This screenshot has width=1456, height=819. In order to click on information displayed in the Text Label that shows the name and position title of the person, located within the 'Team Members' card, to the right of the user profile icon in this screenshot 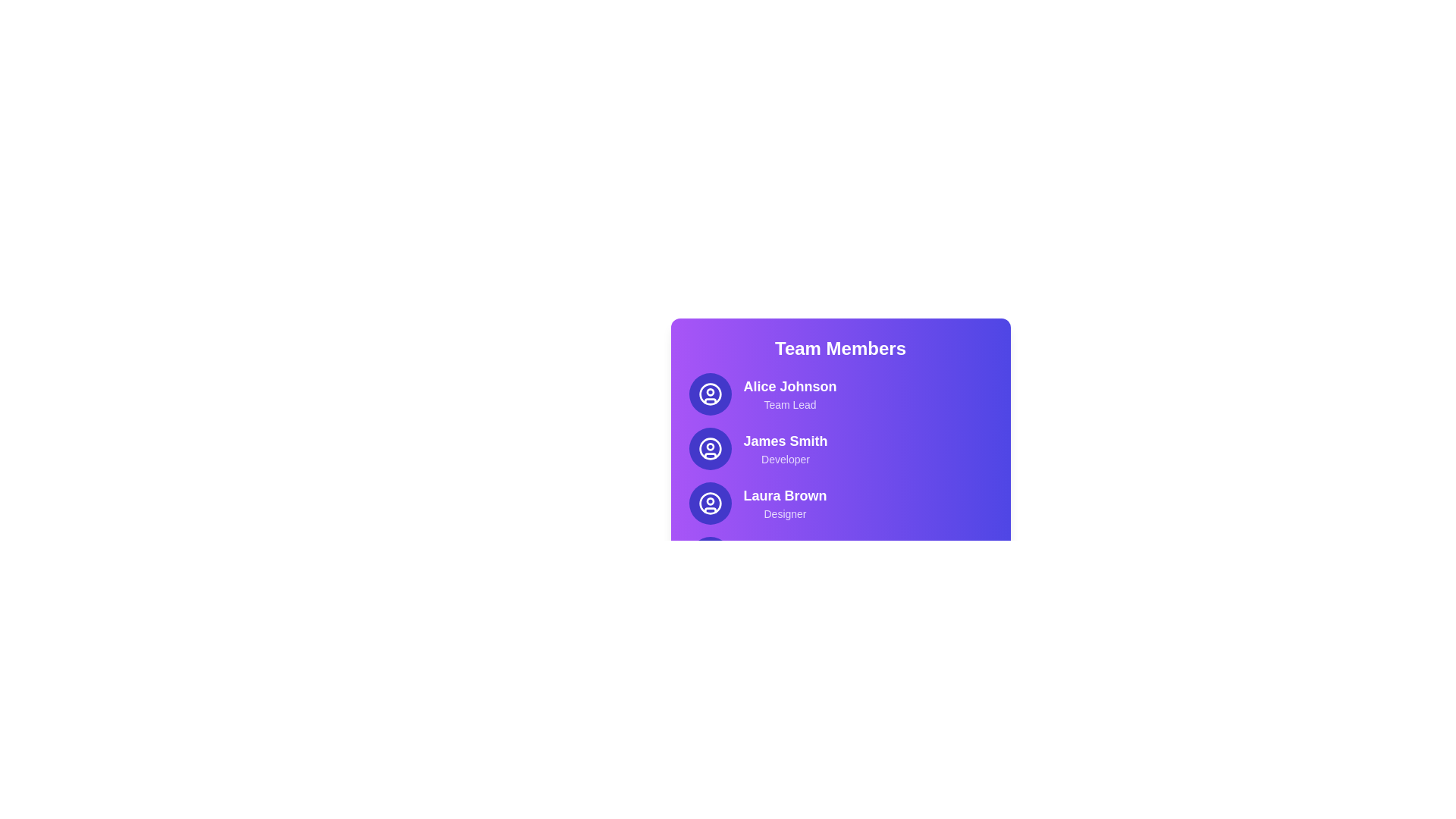, I will do `click(789, 394)`.